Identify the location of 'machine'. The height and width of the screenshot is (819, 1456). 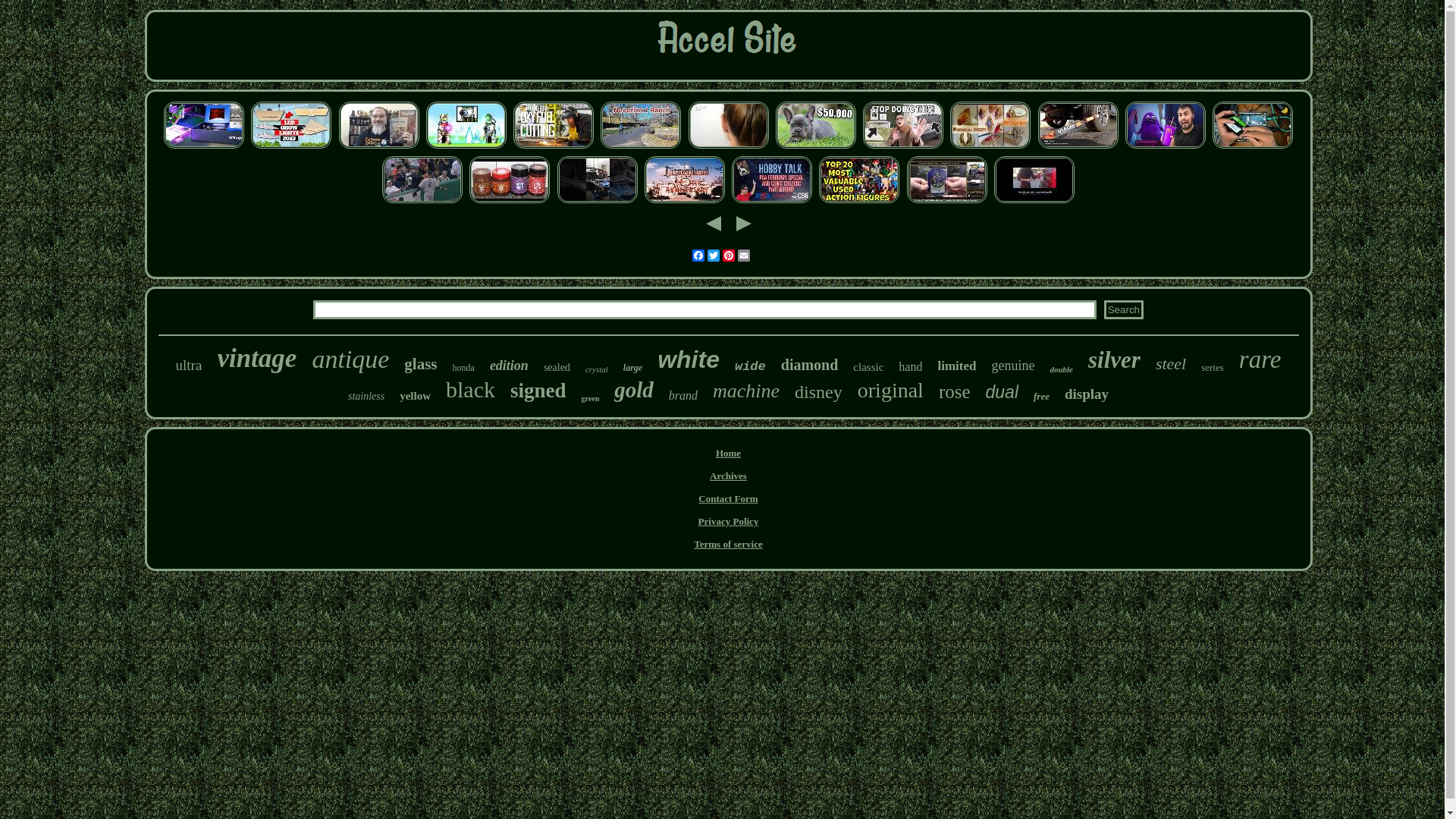
(712, 391).